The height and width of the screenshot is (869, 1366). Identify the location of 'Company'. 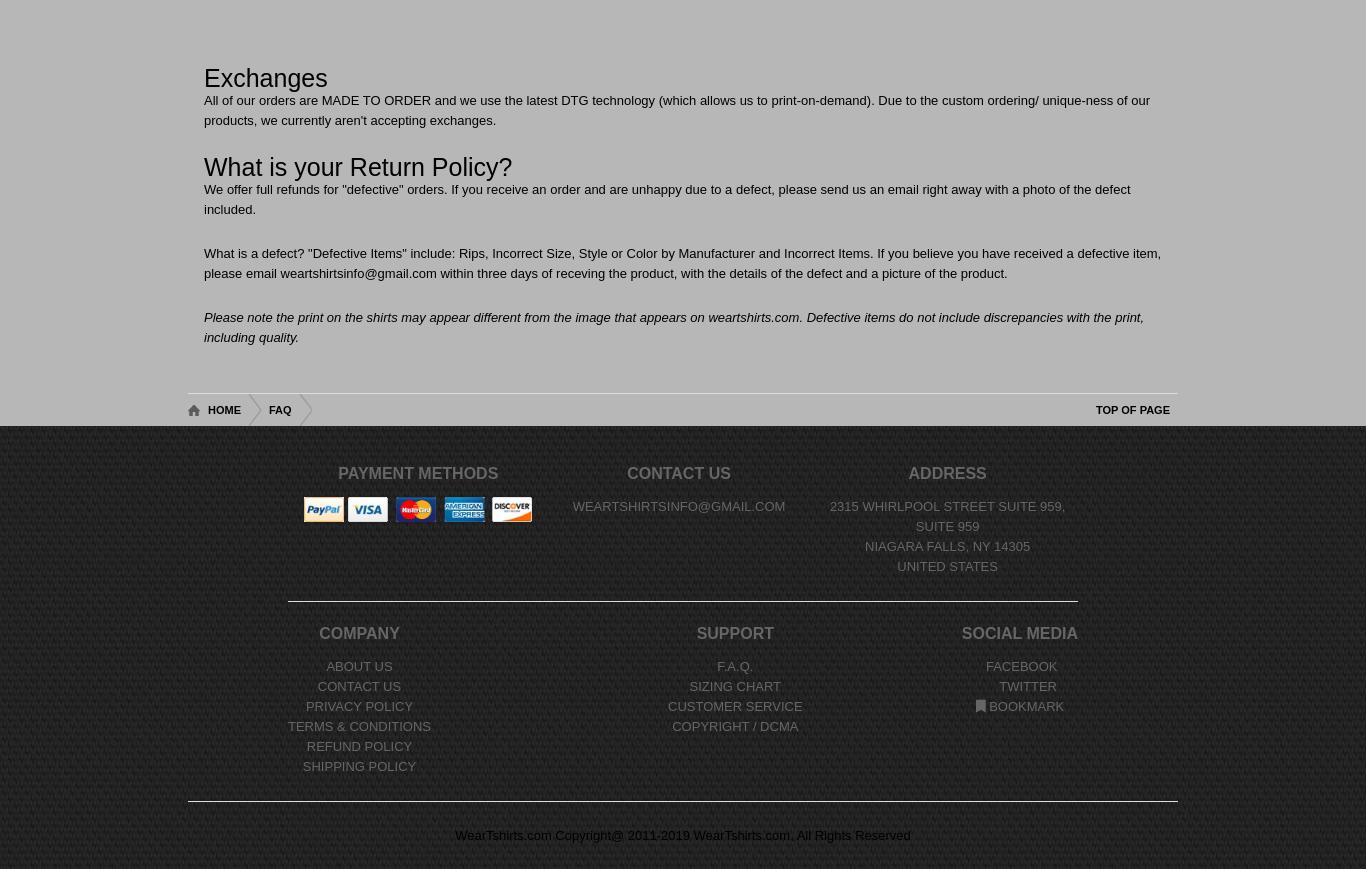
(357, 633).